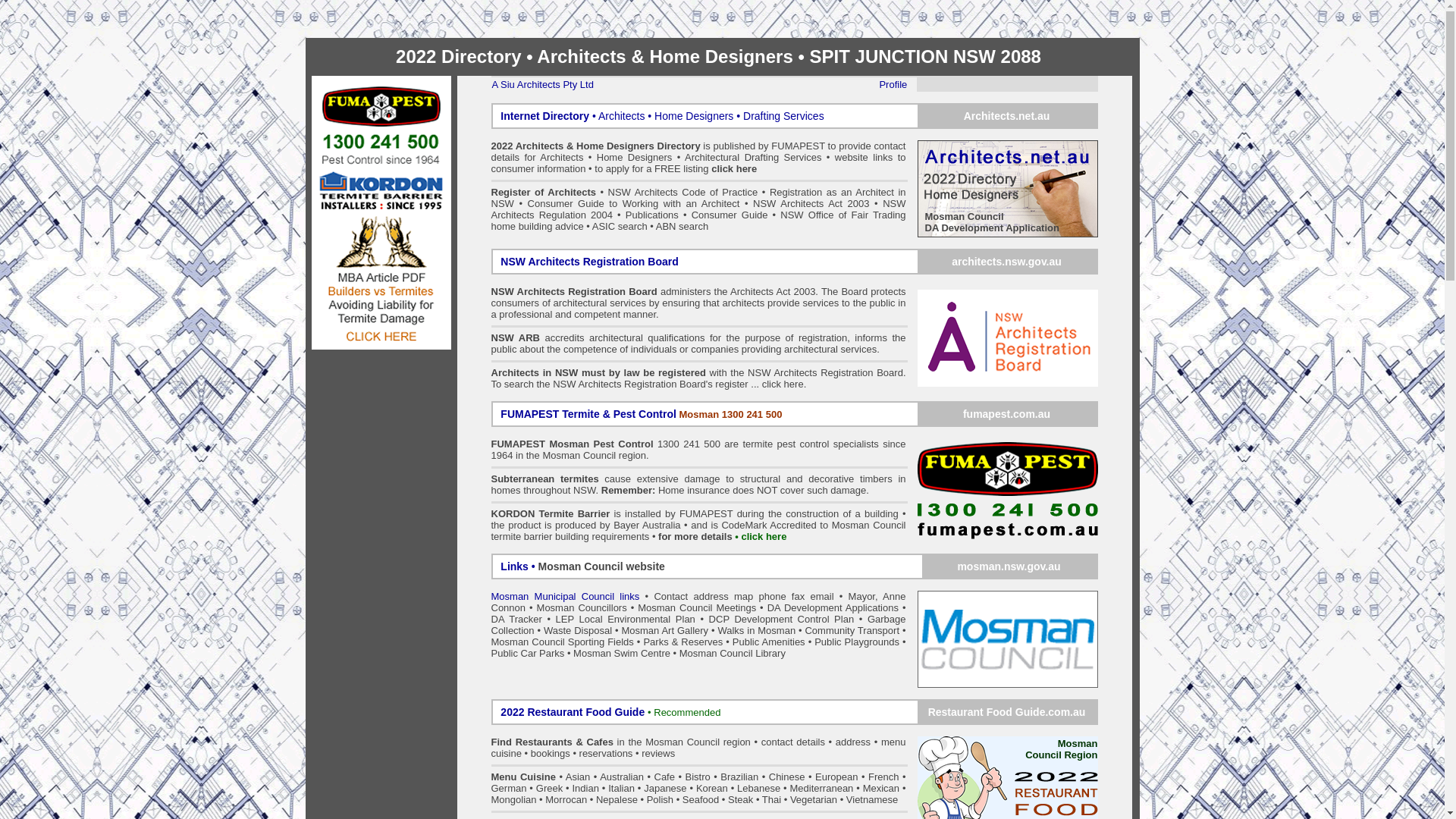 The width and height of the screenshot is (1456, 819). What do you see at coordinates (698, 197) in the screenshot?
I see `'Registration as an Architect in NSW'` at bounding box center [698, 197].